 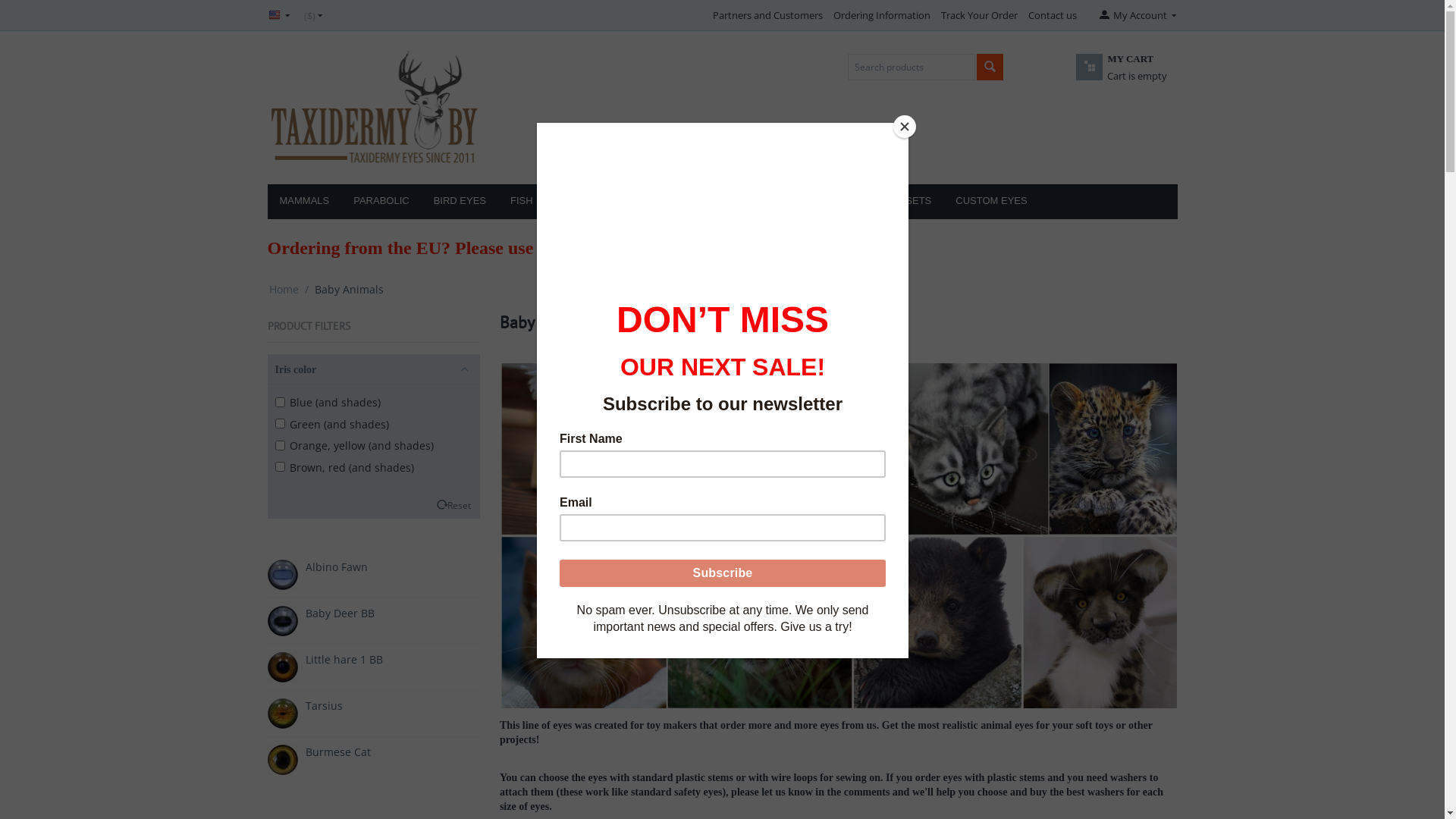 I want to click on 'Track Your Order', so click(x=979, y=14).